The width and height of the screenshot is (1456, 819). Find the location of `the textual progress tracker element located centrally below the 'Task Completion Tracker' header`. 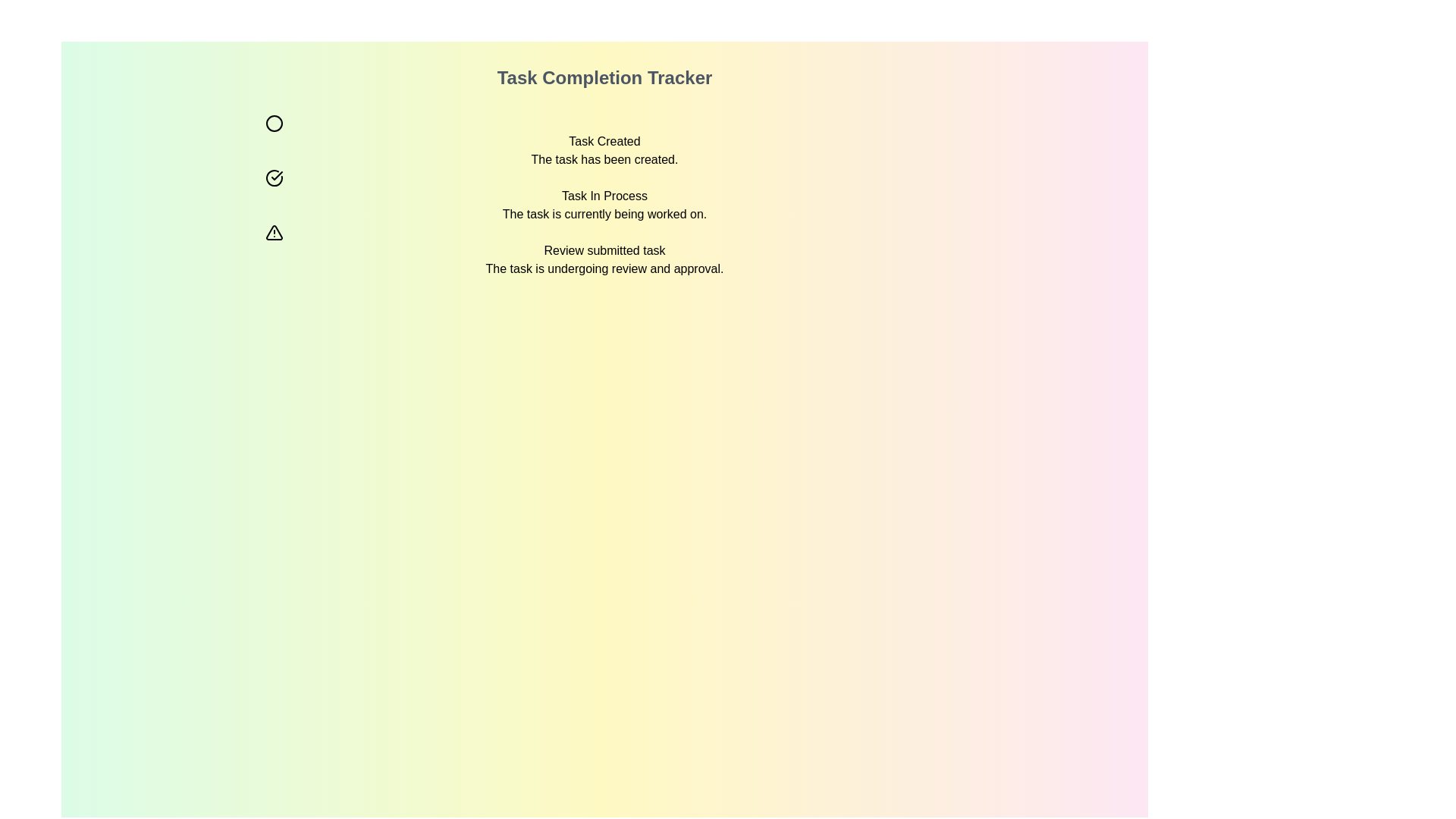

the textual progress tracker element located centrally below the 'Task Completion Tracker' header is located at coordinates (604, 195).